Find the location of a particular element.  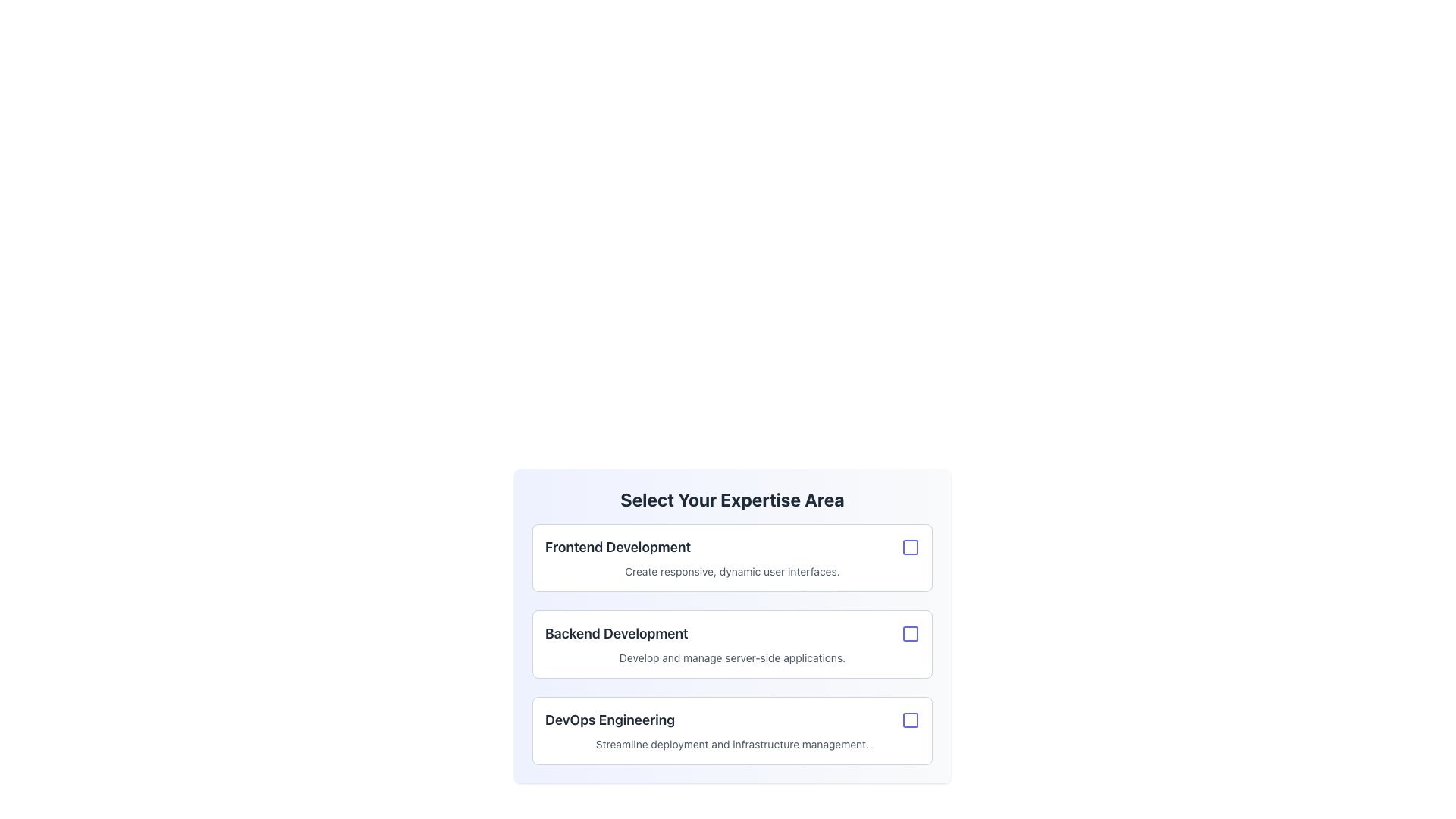

the text label reading 'DevOps Engineering' in bold gray font, located in the lower section of the 'Select Your Expertise Area' interface, specifically in the third card for expertise selection is located at coordinates (610, 719).